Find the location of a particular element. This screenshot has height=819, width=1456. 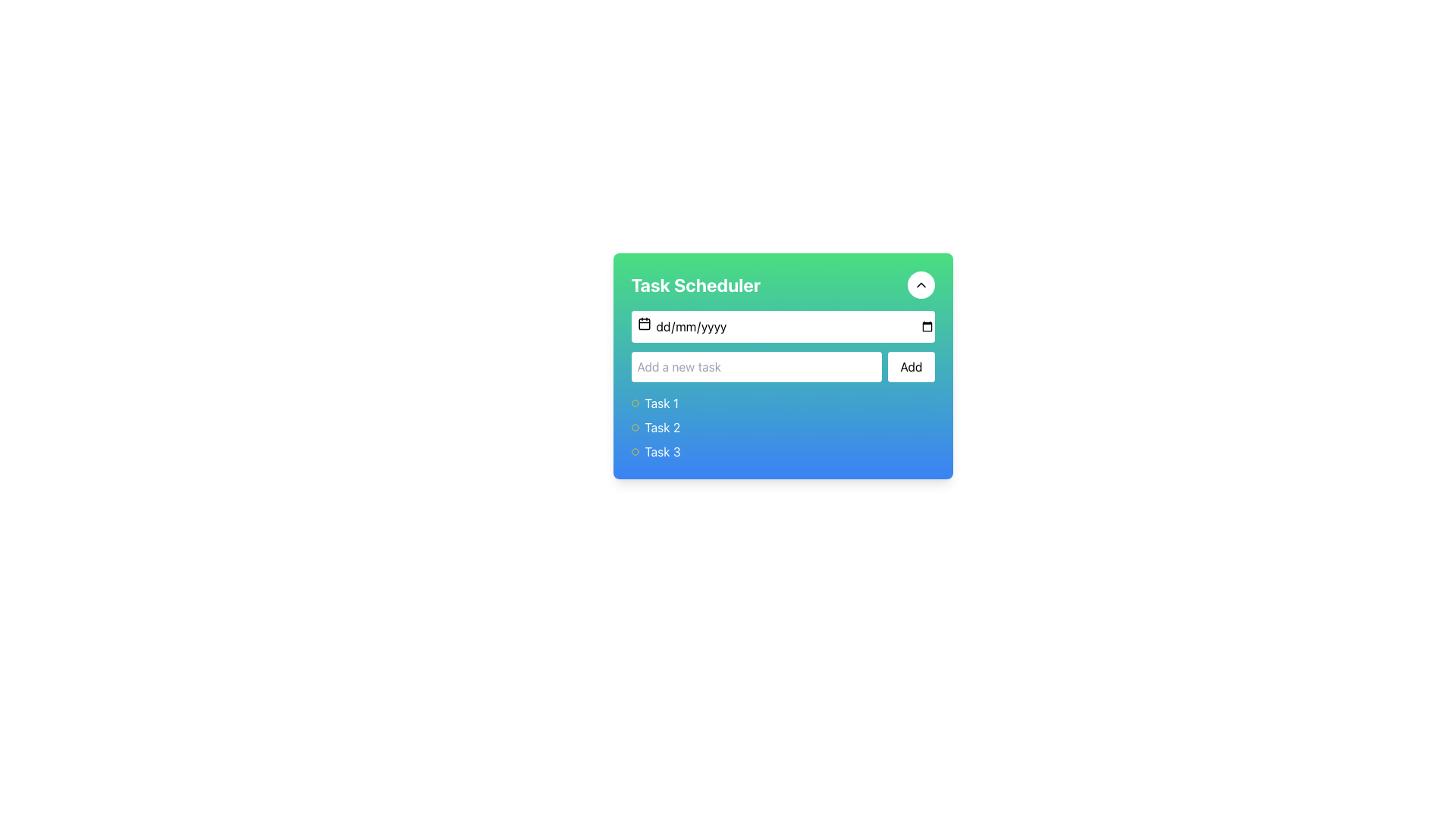

on the second task entry labeled 'Task 2' in the task scheduler list, which is positioned between 'Task 1' and 'Task 3' is located at coordinates (783, 427).